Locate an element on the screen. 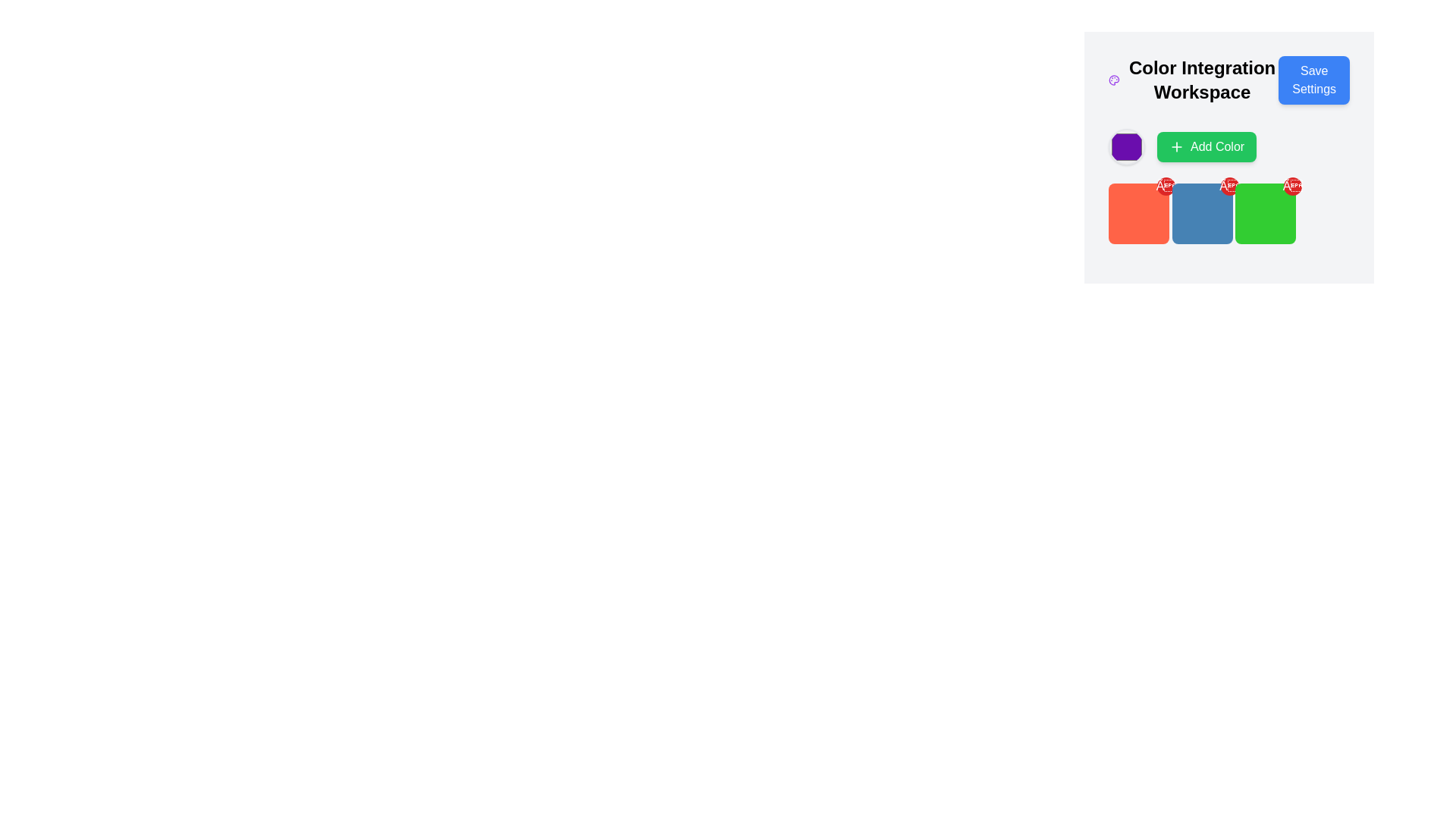  text displayed in the heading element titled 'Color Integration Workspace', which is positioned in the top left quadrant of the module layout, aligned to the left is located at coordinates (1193, 80).